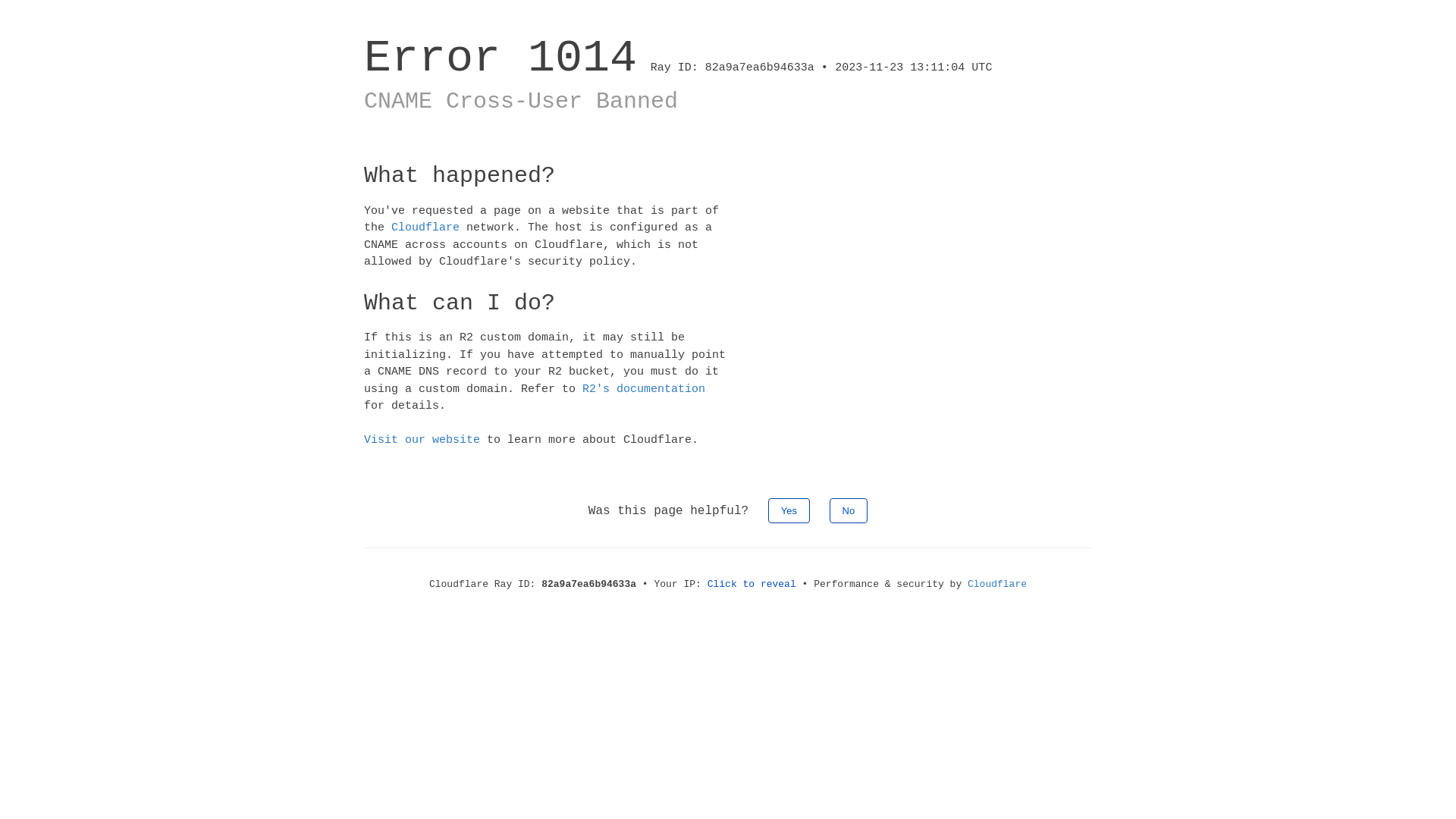  Describe the element at coordinates (644, 388) in the screenshot. I see `'R2's documentation'` at that location.